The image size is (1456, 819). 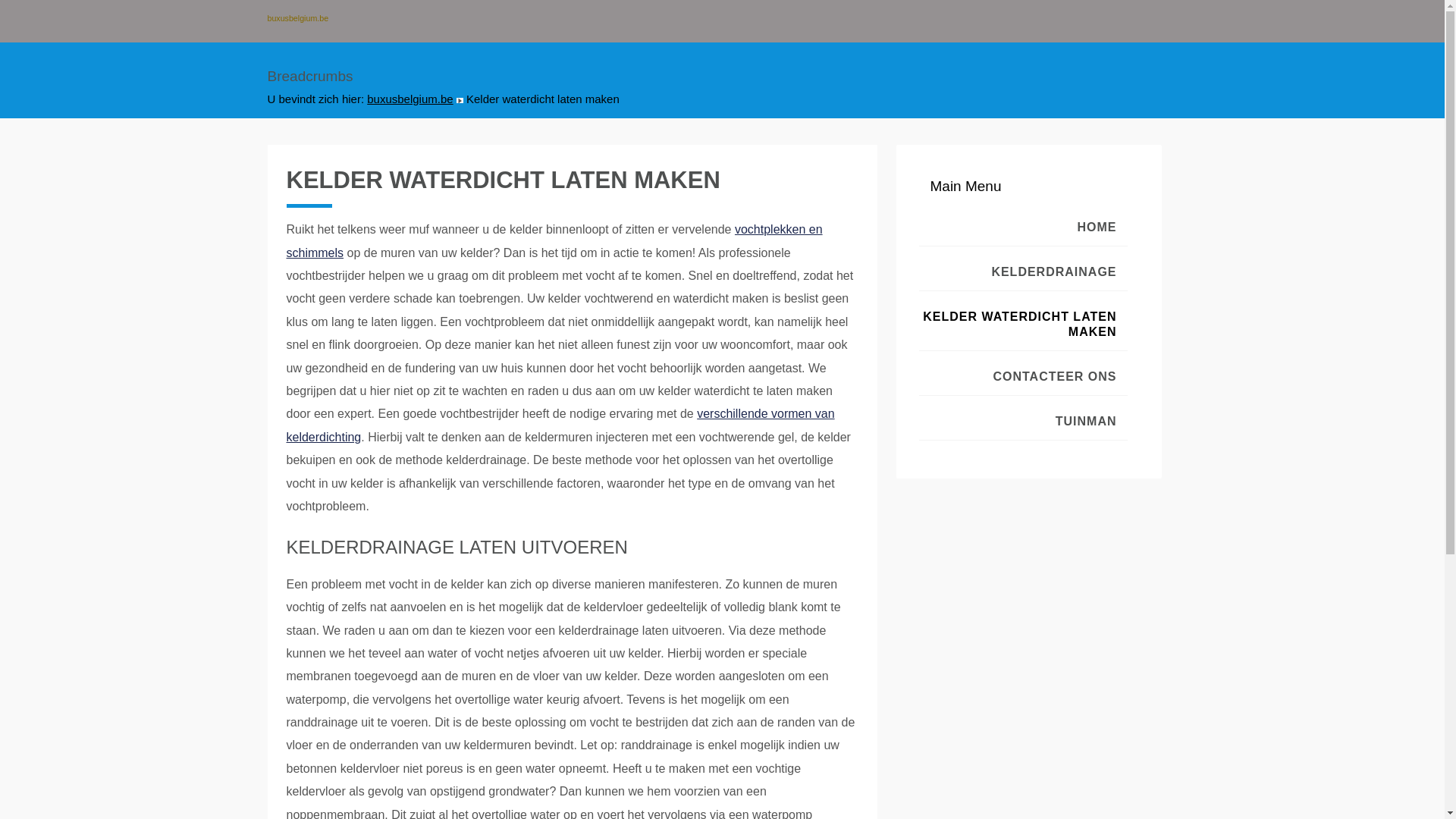 I want to click on 'HOME', so click(x=1023, y=227).